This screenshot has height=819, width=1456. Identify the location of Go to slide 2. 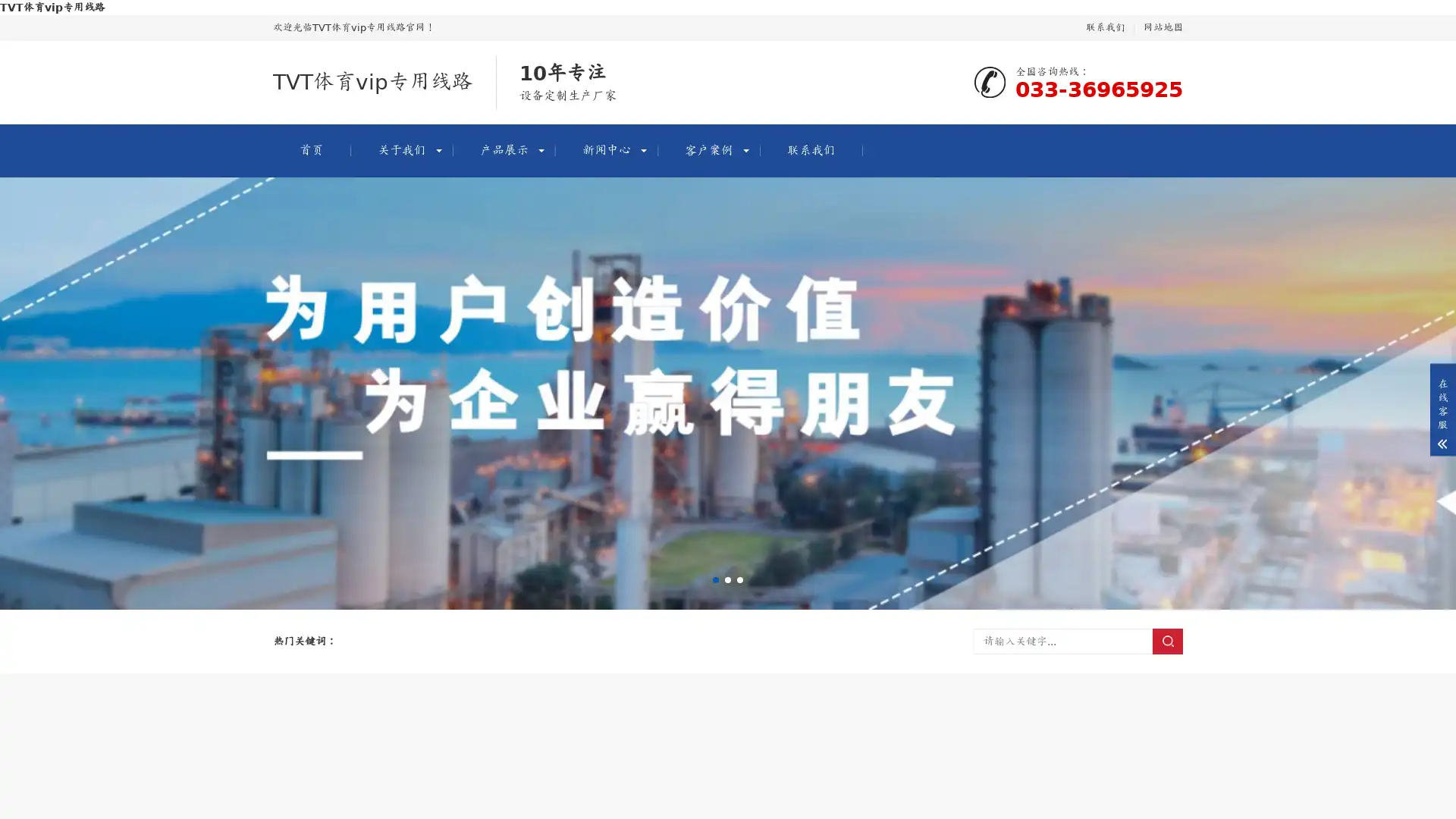
(728, 579).